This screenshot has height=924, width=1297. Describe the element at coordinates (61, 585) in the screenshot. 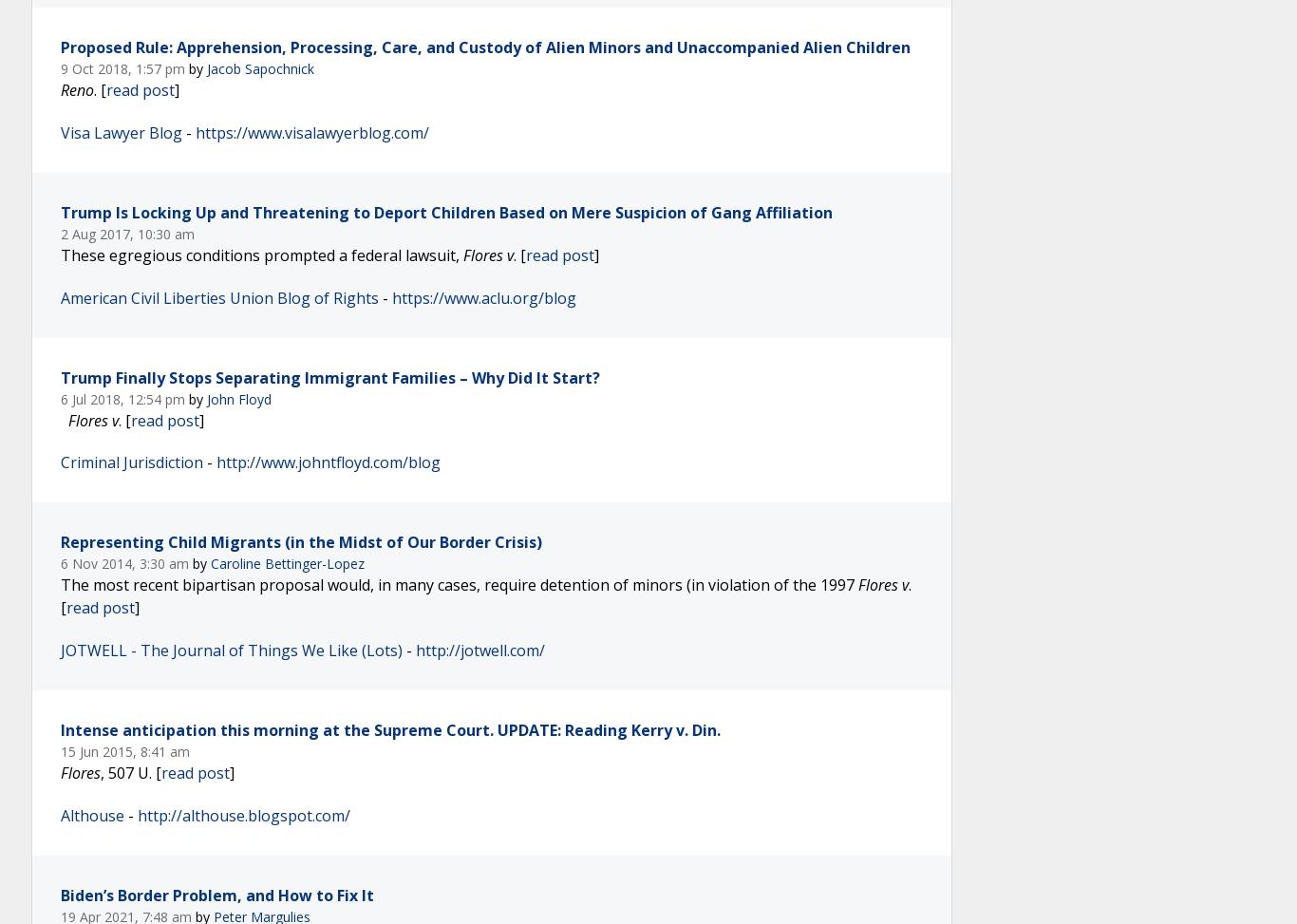

I see `'The most recent bipartisan proposal would, in many cases, require detention of minors (in violation of the 1997'` at that location.